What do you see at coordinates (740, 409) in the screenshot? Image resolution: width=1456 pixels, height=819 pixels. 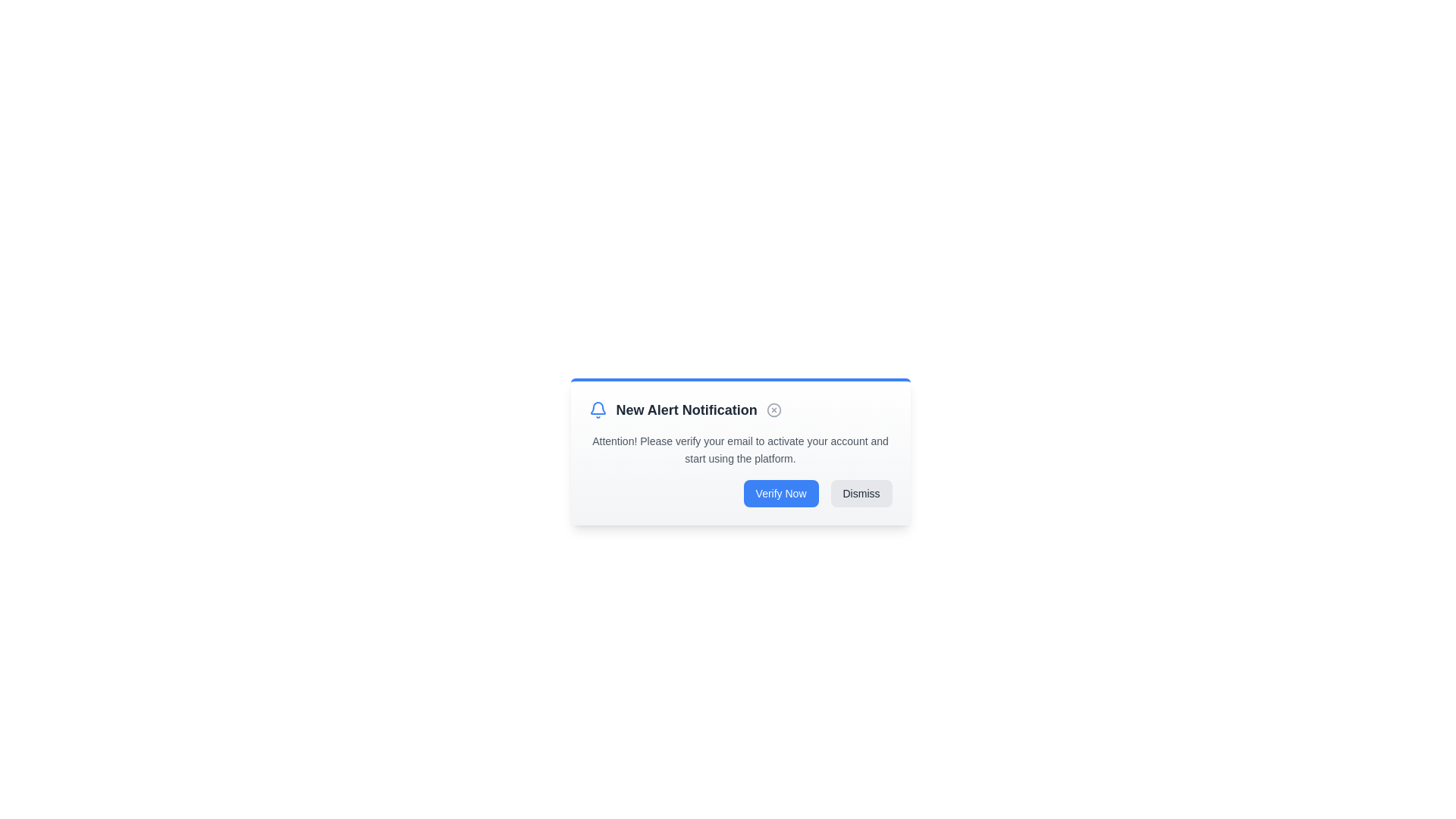 I see `the Header element that serves as the title for the notification interface, which is located at the top of the card-like interface` at bounding box center [740, 409].